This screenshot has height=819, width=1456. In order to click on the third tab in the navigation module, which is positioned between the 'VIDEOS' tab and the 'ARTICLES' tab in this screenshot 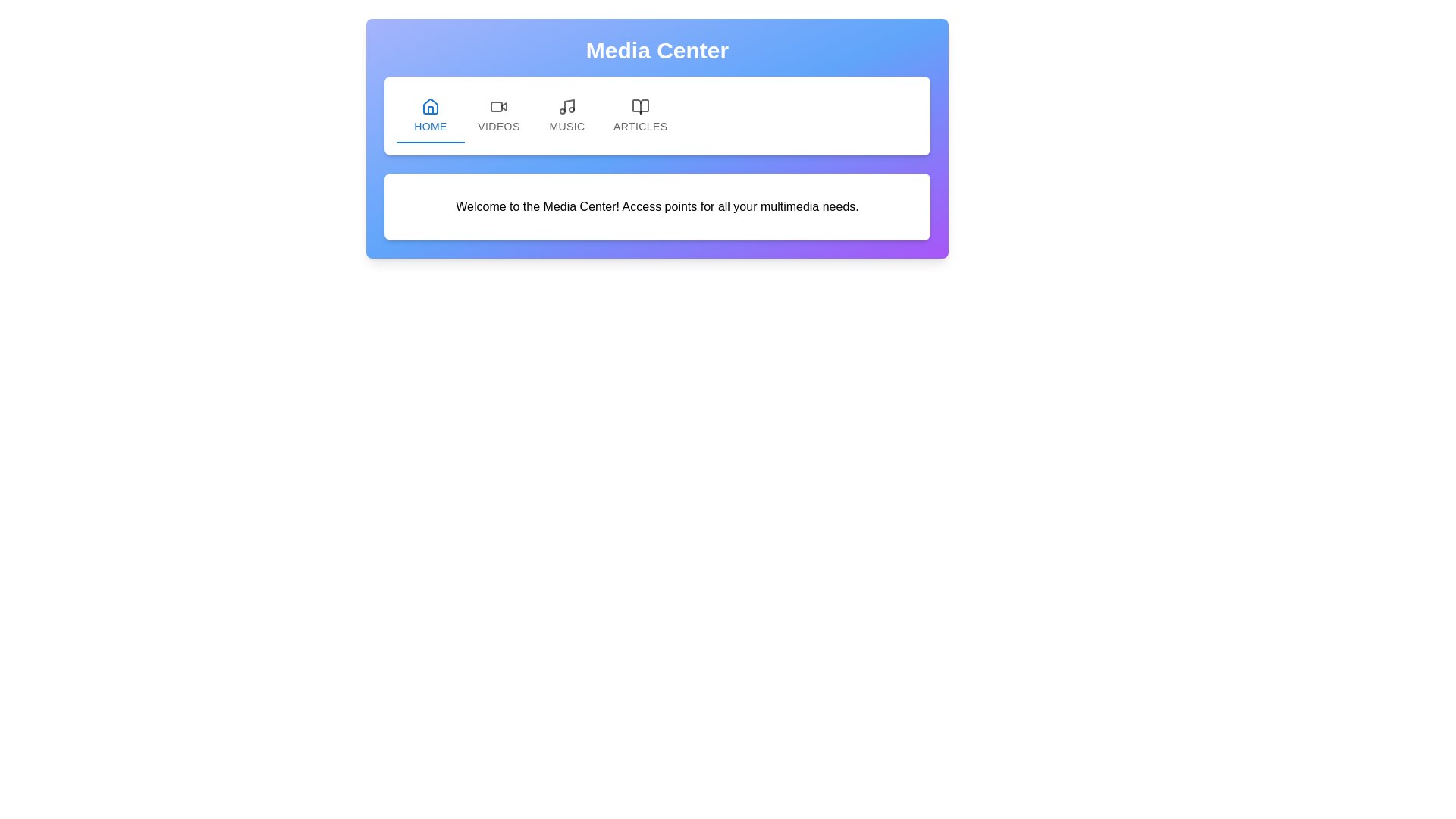, I will do `click(566, 115)`.